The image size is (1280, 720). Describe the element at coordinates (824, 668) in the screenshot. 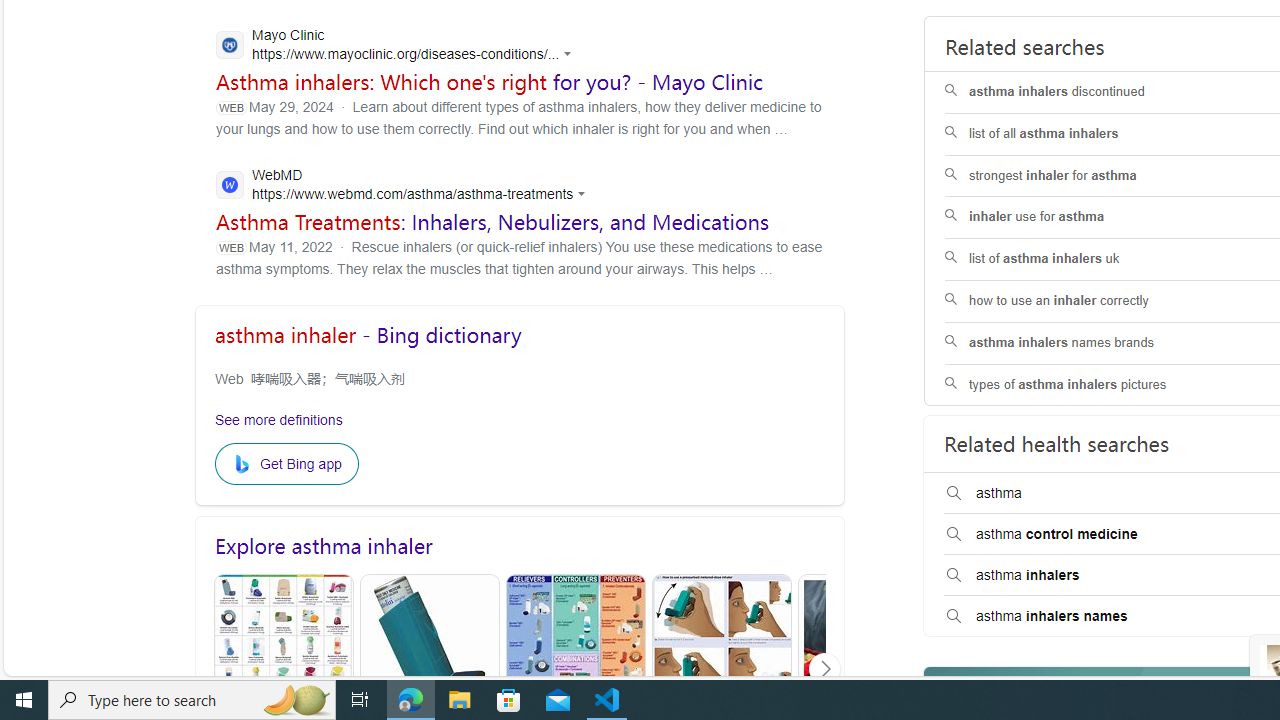

I see `'Click to scroll right'` at that location.